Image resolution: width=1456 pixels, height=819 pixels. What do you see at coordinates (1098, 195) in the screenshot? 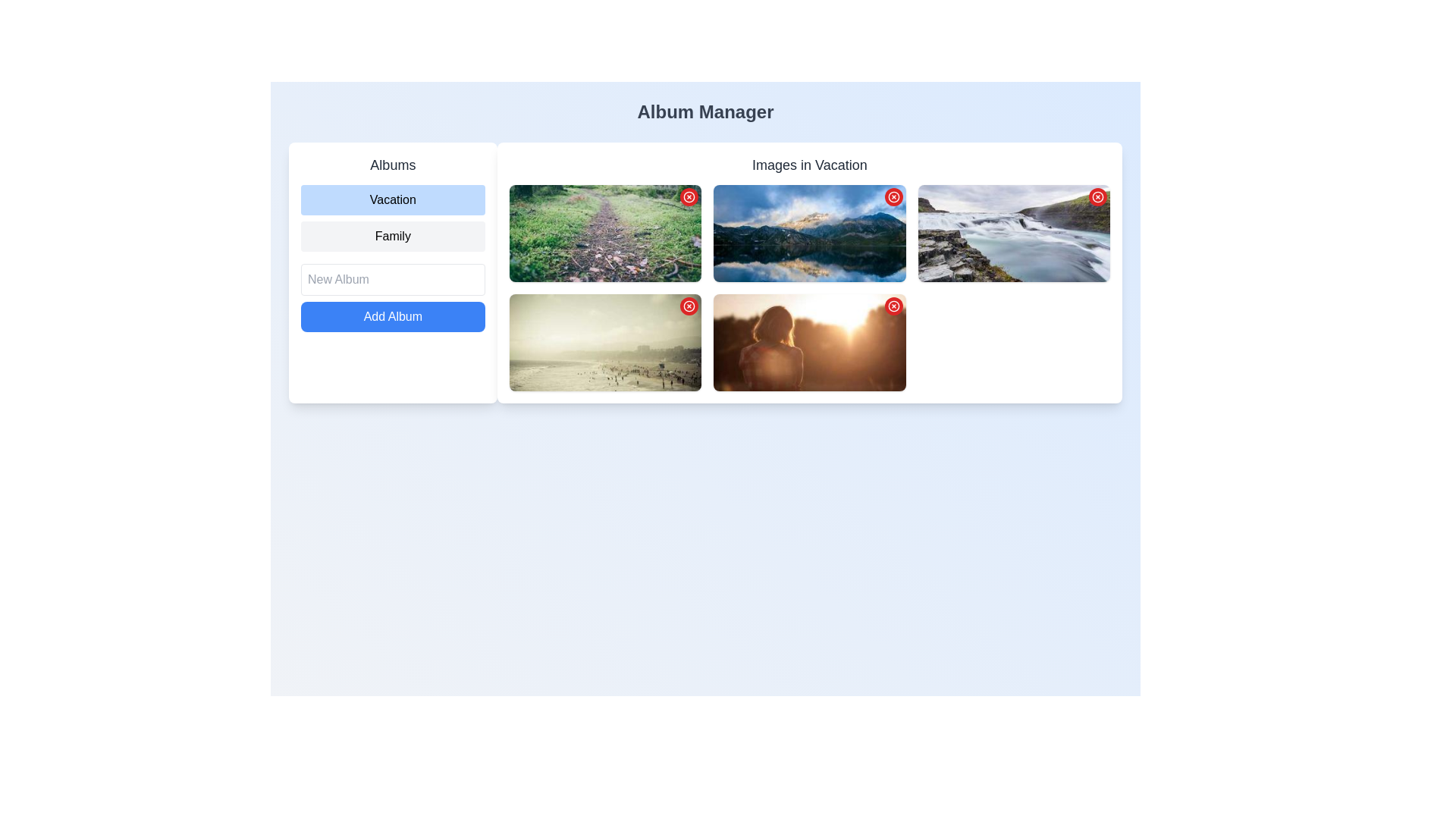
I see `the circular button located` at bounding box center [1098, 195].